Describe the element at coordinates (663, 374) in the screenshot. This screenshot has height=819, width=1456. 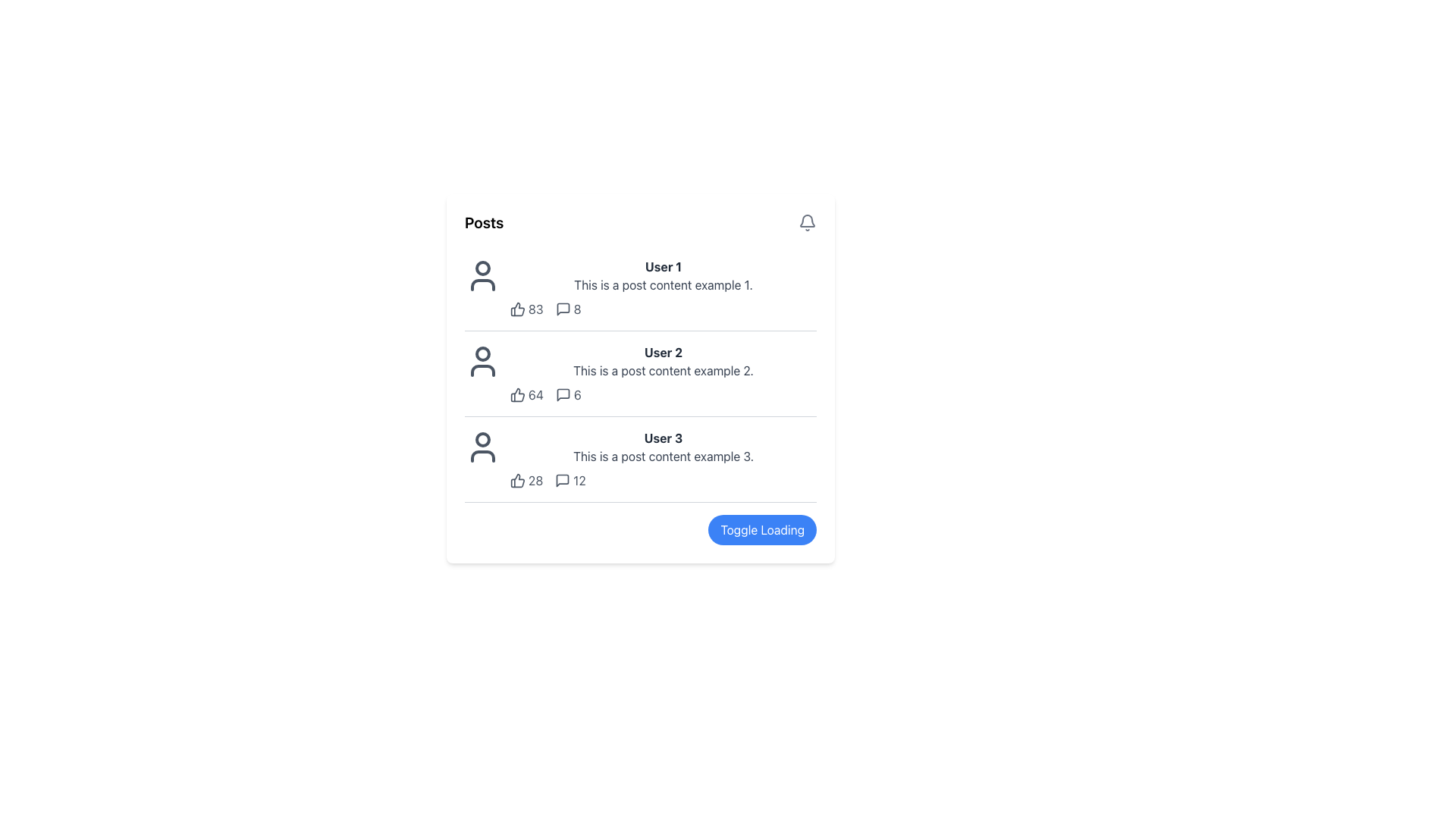
I see `the post created by 'User 2'` at that location.